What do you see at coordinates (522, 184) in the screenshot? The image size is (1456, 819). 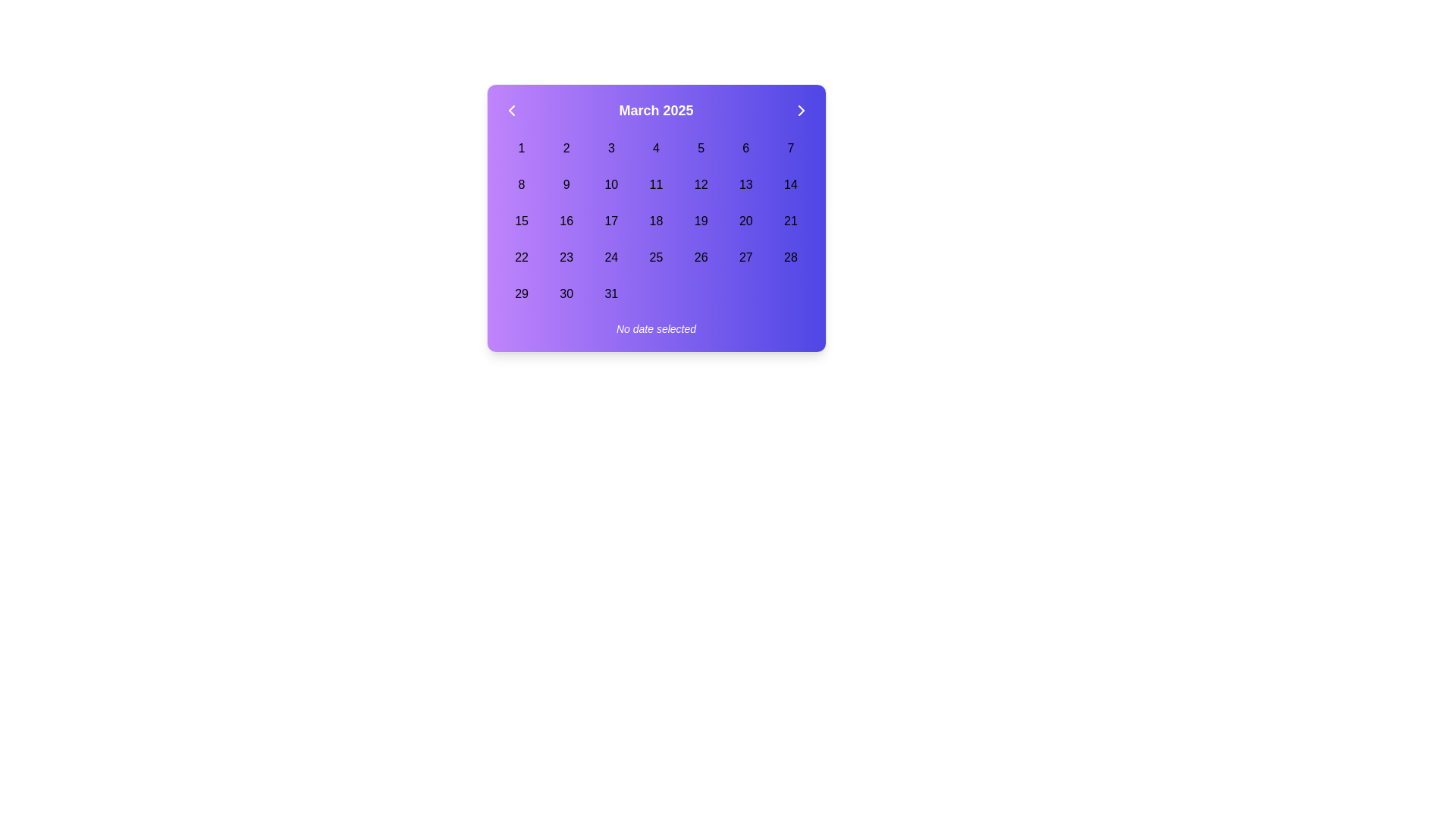 I see `the circular button` at bounding box center [522, 184].